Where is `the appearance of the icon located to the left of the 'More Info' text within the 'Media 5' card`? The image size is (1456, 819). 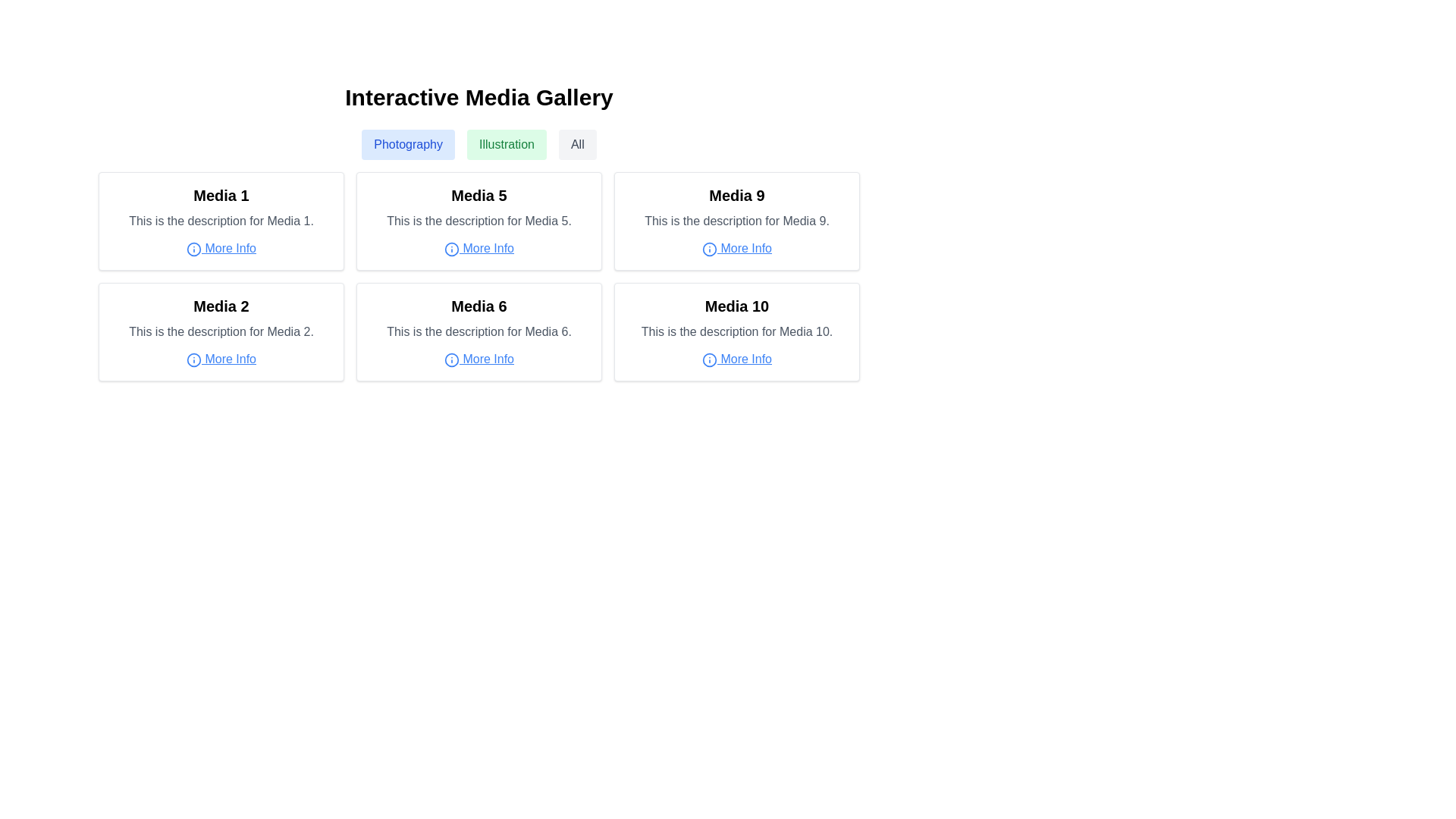
the appearance of the icon located to the left of the 'More Info' text within the 'Media 5' card is located at coordinates (450, 248).